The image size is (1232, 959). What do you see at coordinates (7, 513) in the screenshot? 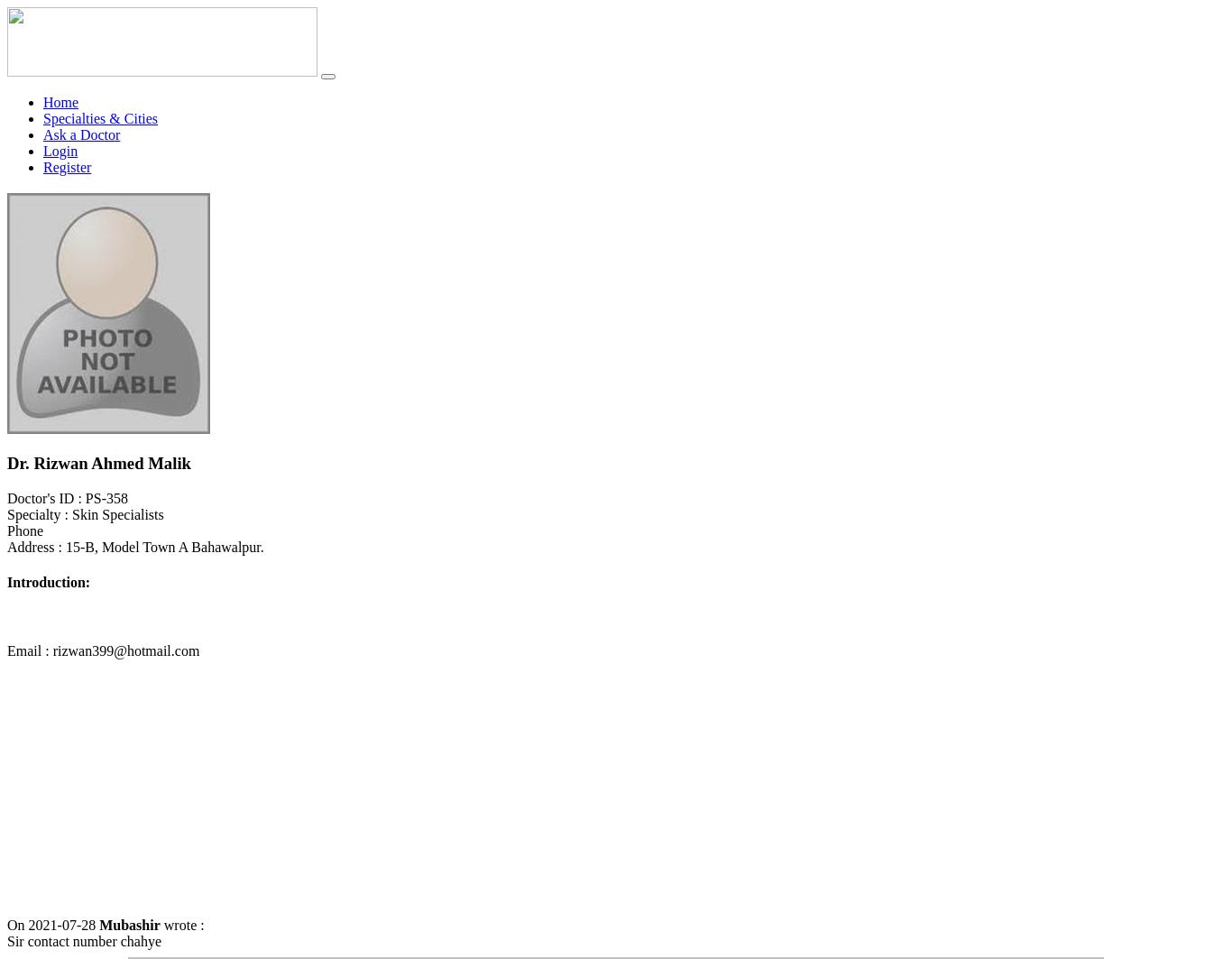
I see `'Specialty : Skin Specialists'` at bounding box center [7, 513].